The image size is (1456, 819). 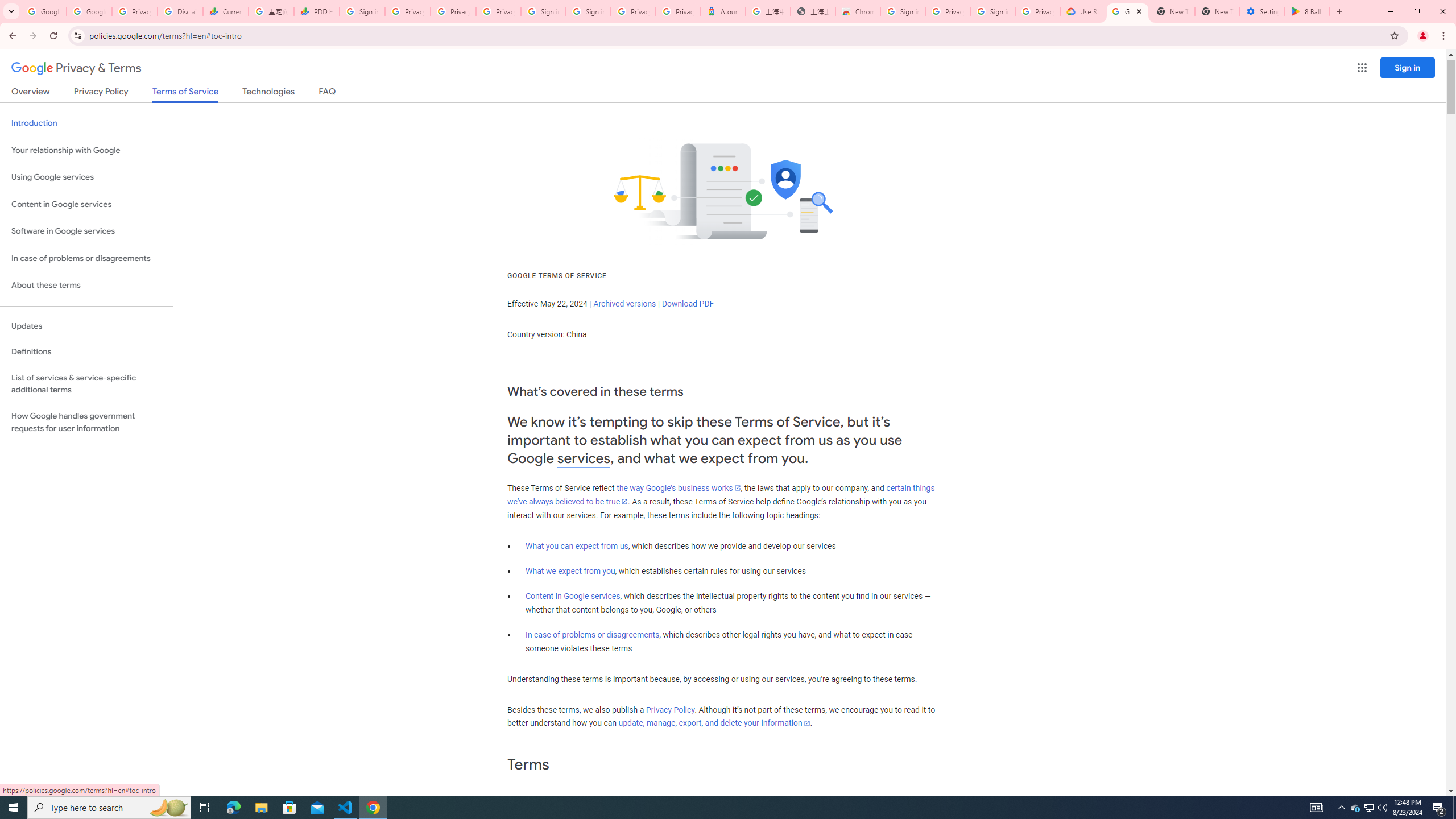 What do you see at coordinates (1307, 11) in the screenshot?
I see `'8 Ball Pool - Apps on Google Play'` at bounding box center [1307, 11].